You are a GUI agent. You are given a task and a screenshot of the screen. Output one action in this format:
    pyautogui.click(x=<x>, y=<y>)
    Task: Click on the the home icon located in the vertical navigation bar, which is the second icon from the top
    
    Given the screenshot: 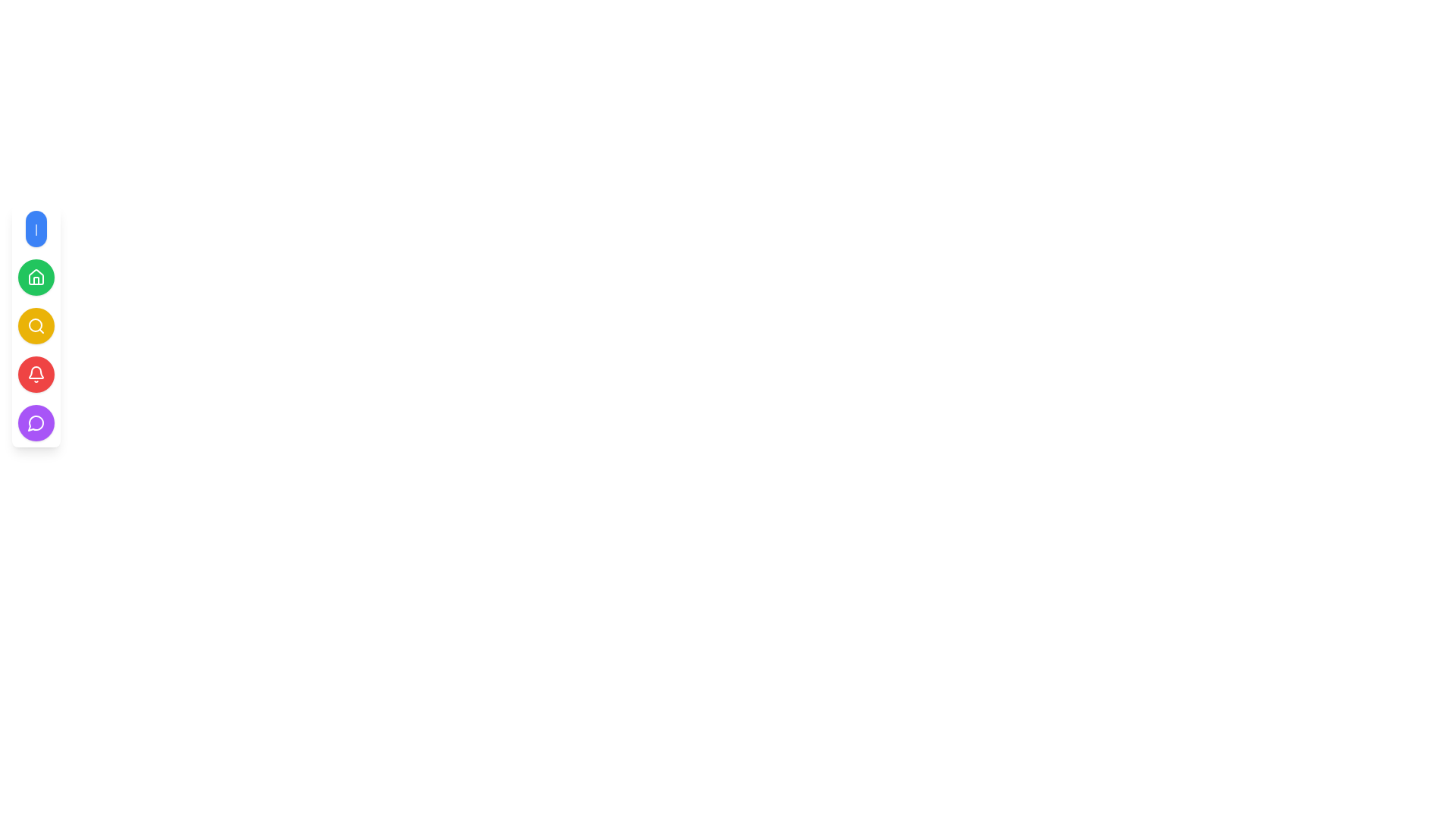 What is the action you would take?
    pyautogui.click(x=36, y=277)
    